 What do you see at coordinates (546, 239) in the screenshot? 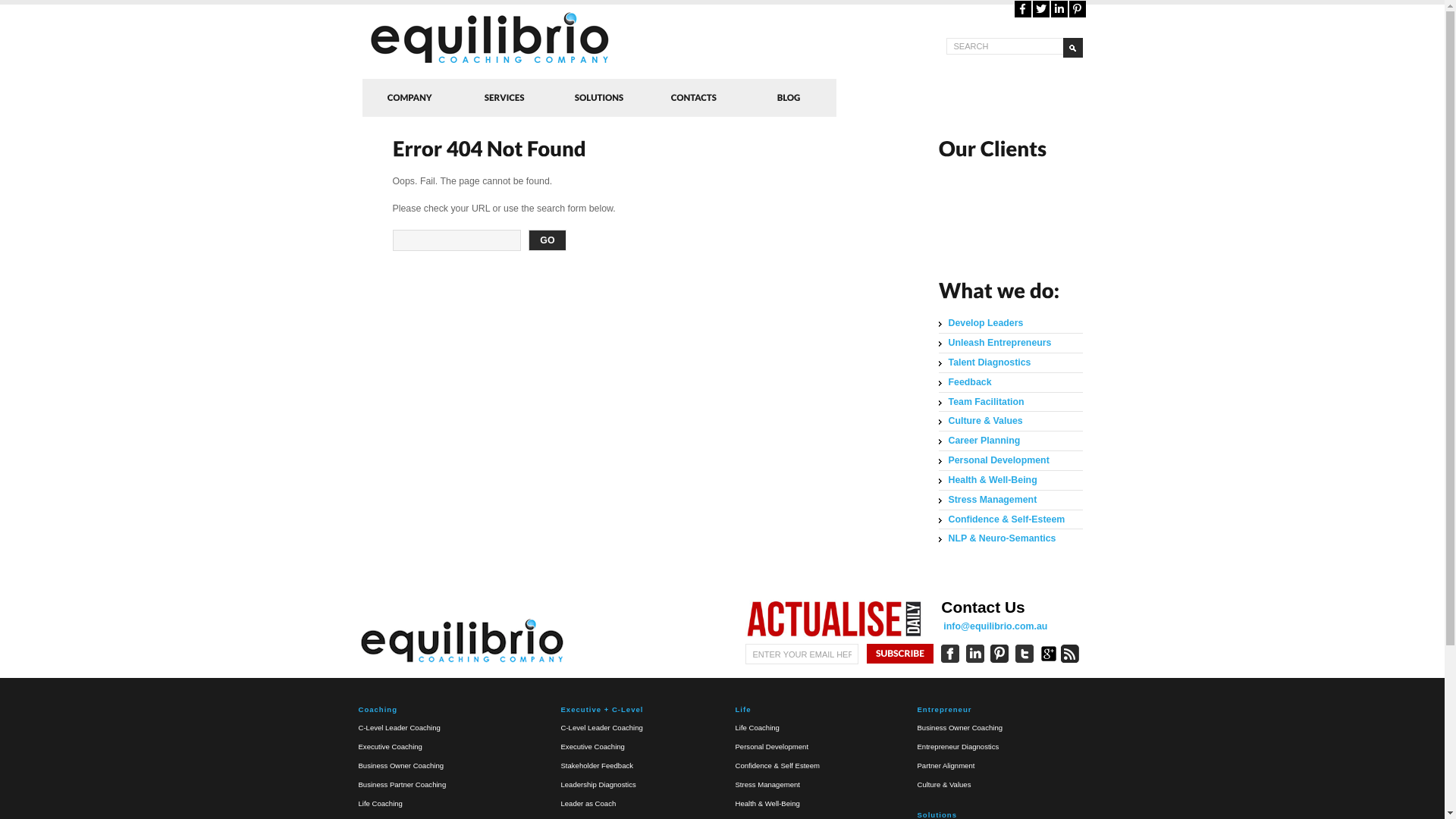
I see `'GO'` at bounding box center [546, 239].